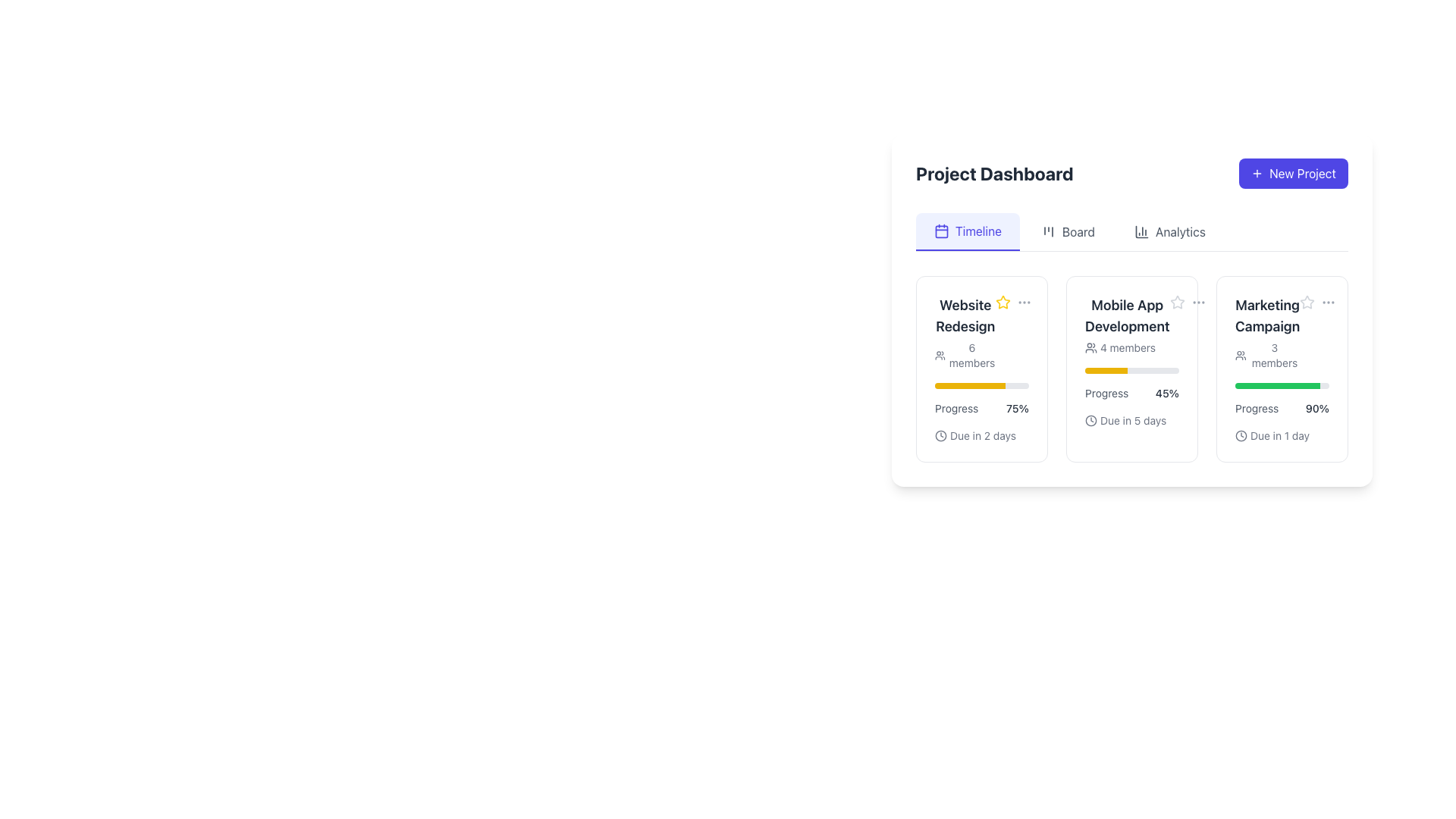 The image size is (1456, 819). What do you see at coordinates (1003, 302) in the screenshot?
I see `the star-shaped icon with a yellow outline located at the top left inside the 'Website Redesign' card` at bounding box center [1003, 302].